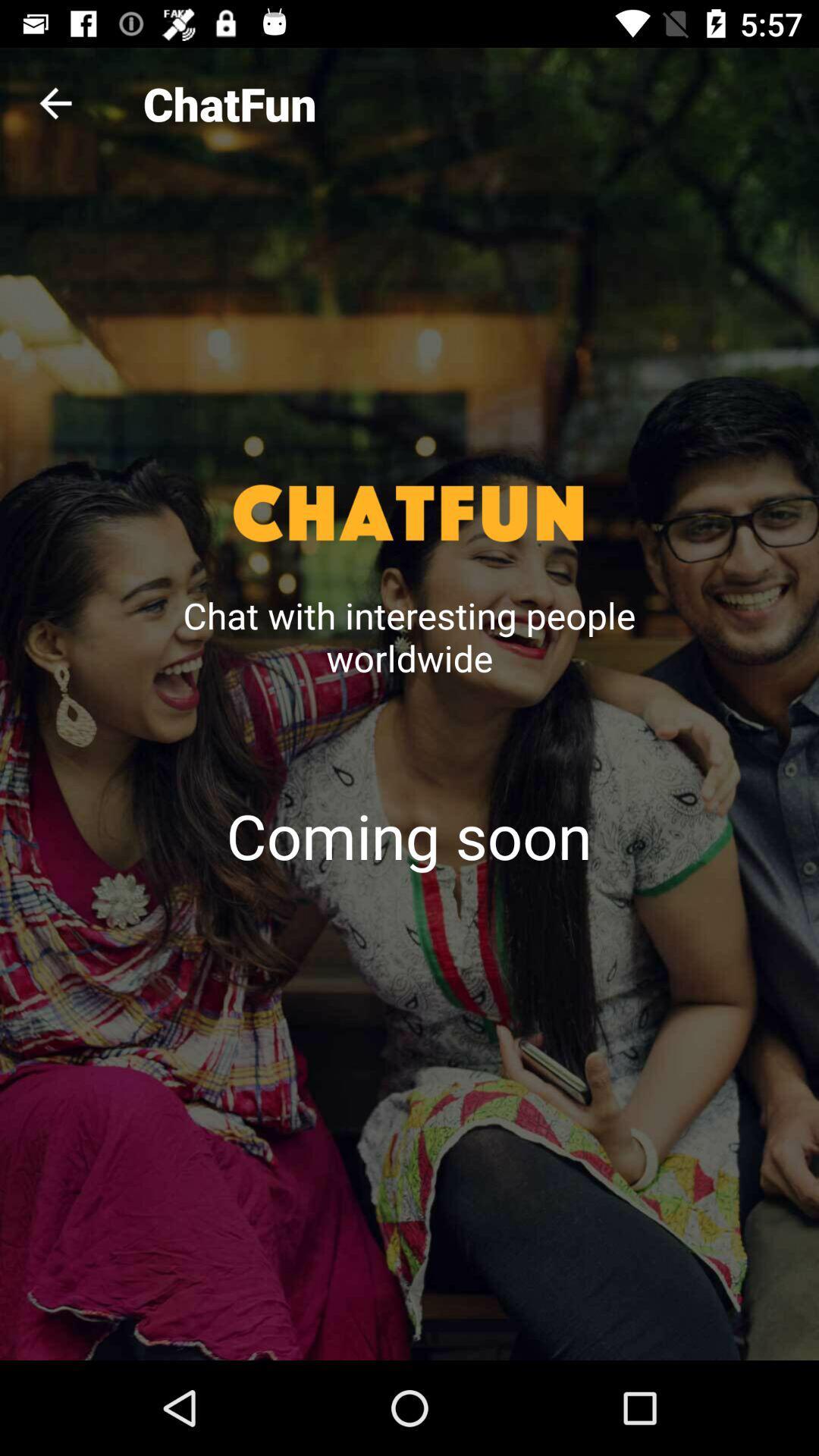 The height and width of the screenshot is (1456, 819). Describe the element at coordinates (55, 102) in the screenshot. I see `the icon next to the chatfun` at that location.